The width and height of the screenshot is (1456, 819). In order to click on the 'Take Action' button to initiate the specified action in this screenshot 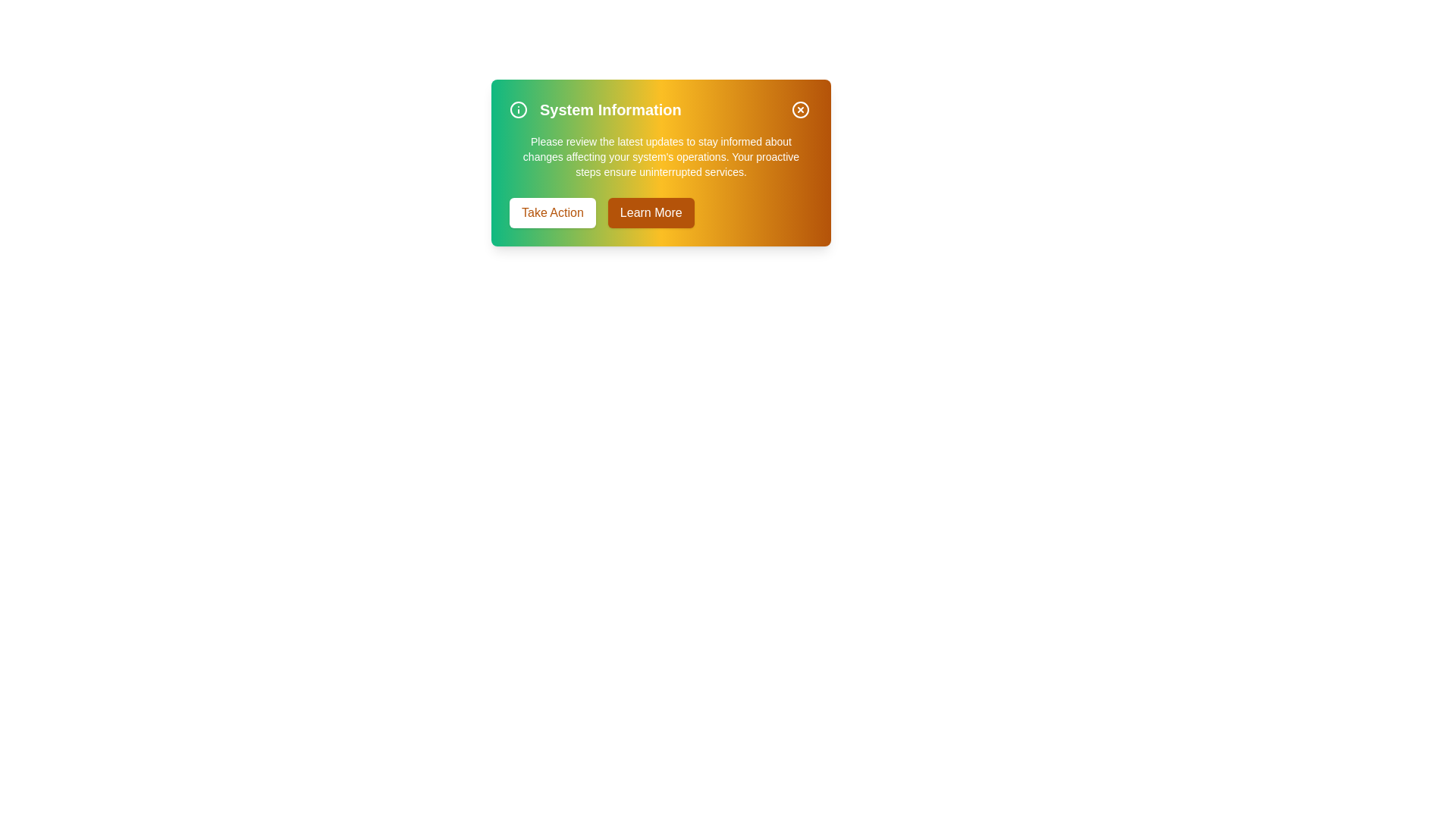, I will do `click(551, 213)`.